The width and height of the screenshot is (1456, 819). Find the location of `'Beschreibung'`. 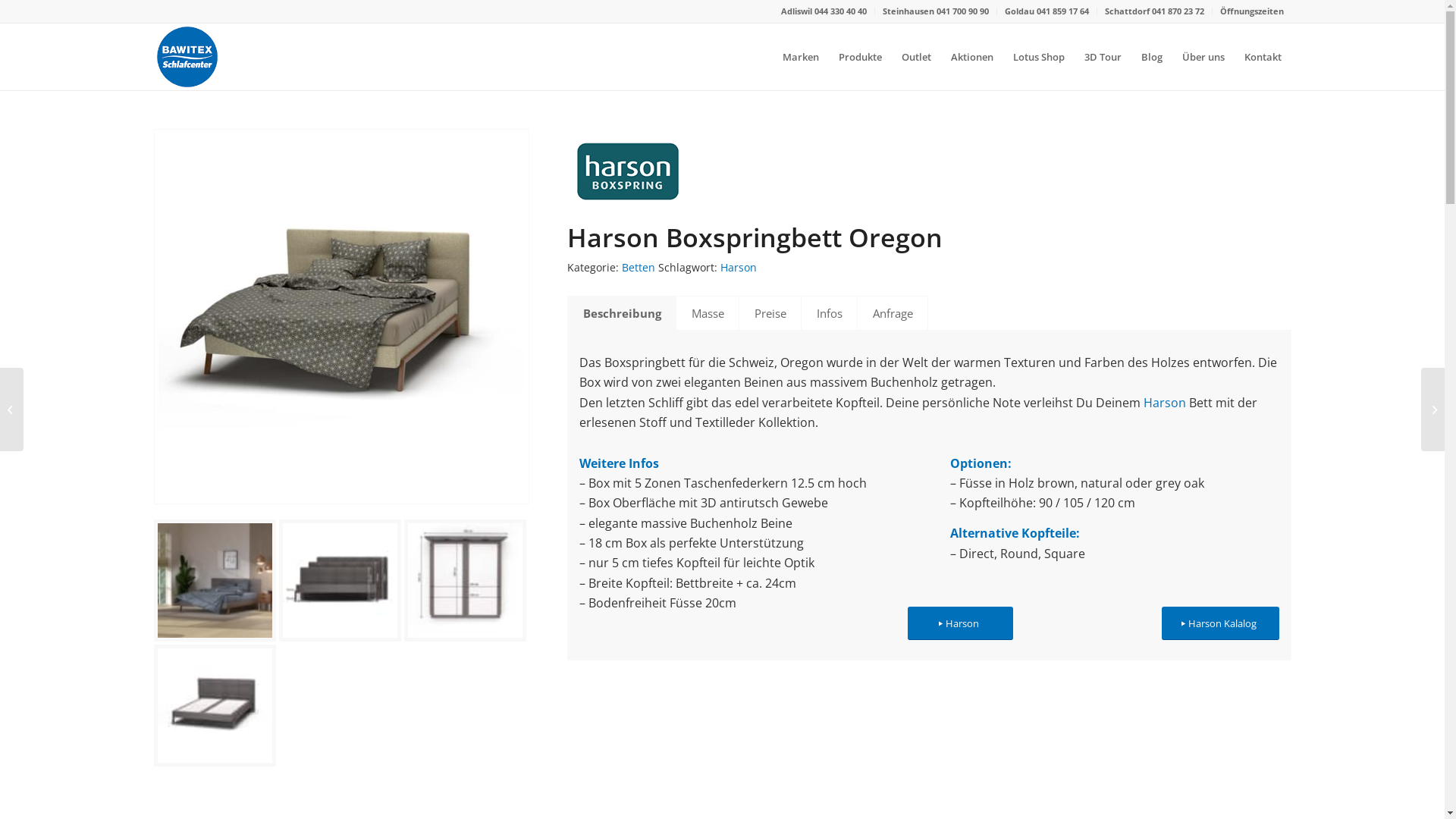

'Beschreibung' is located at coordinates (622, 312).